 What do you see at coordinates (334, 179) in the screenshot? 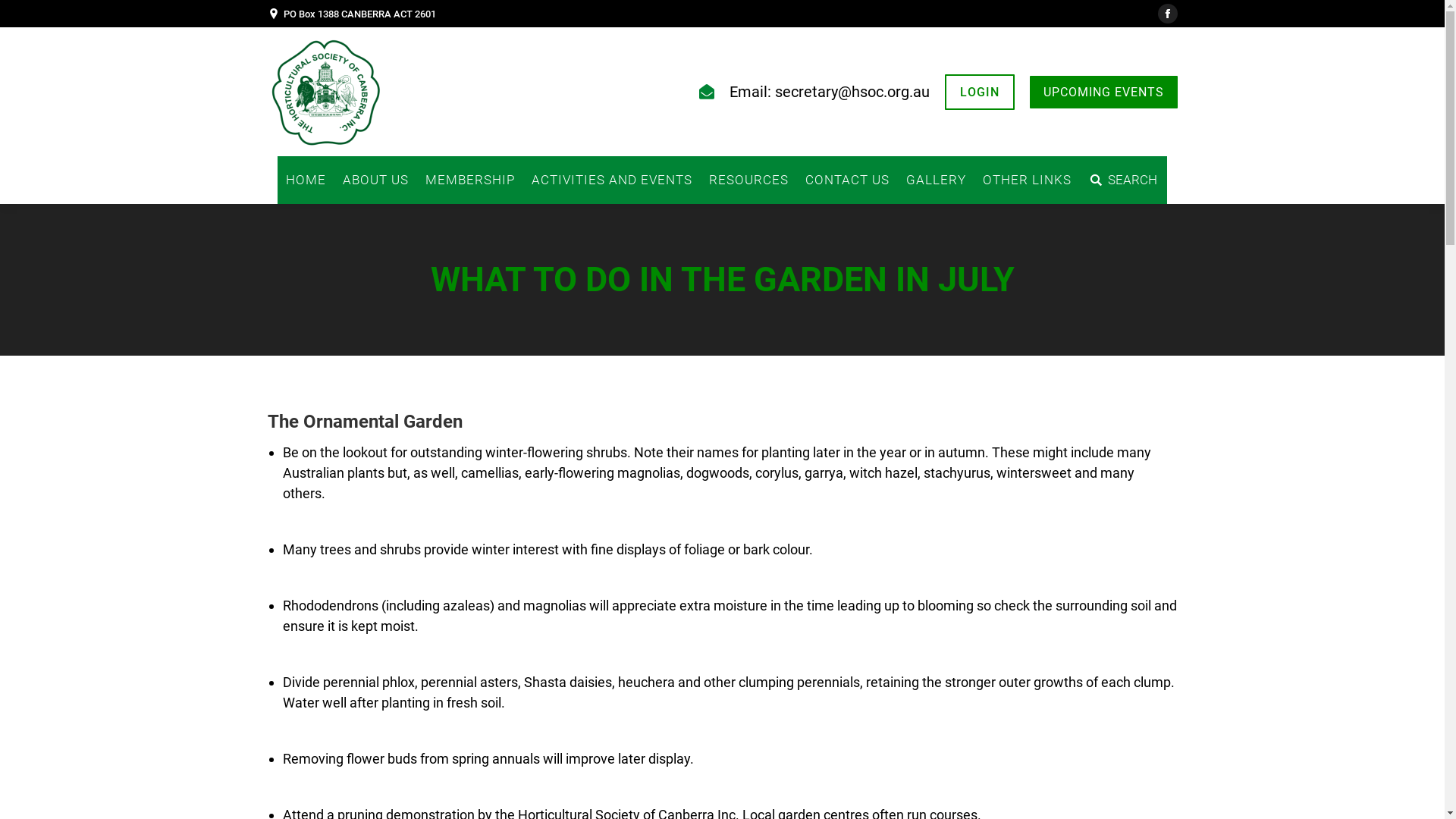
I see `'ABOUT US'` at bounding box center [334, 179].